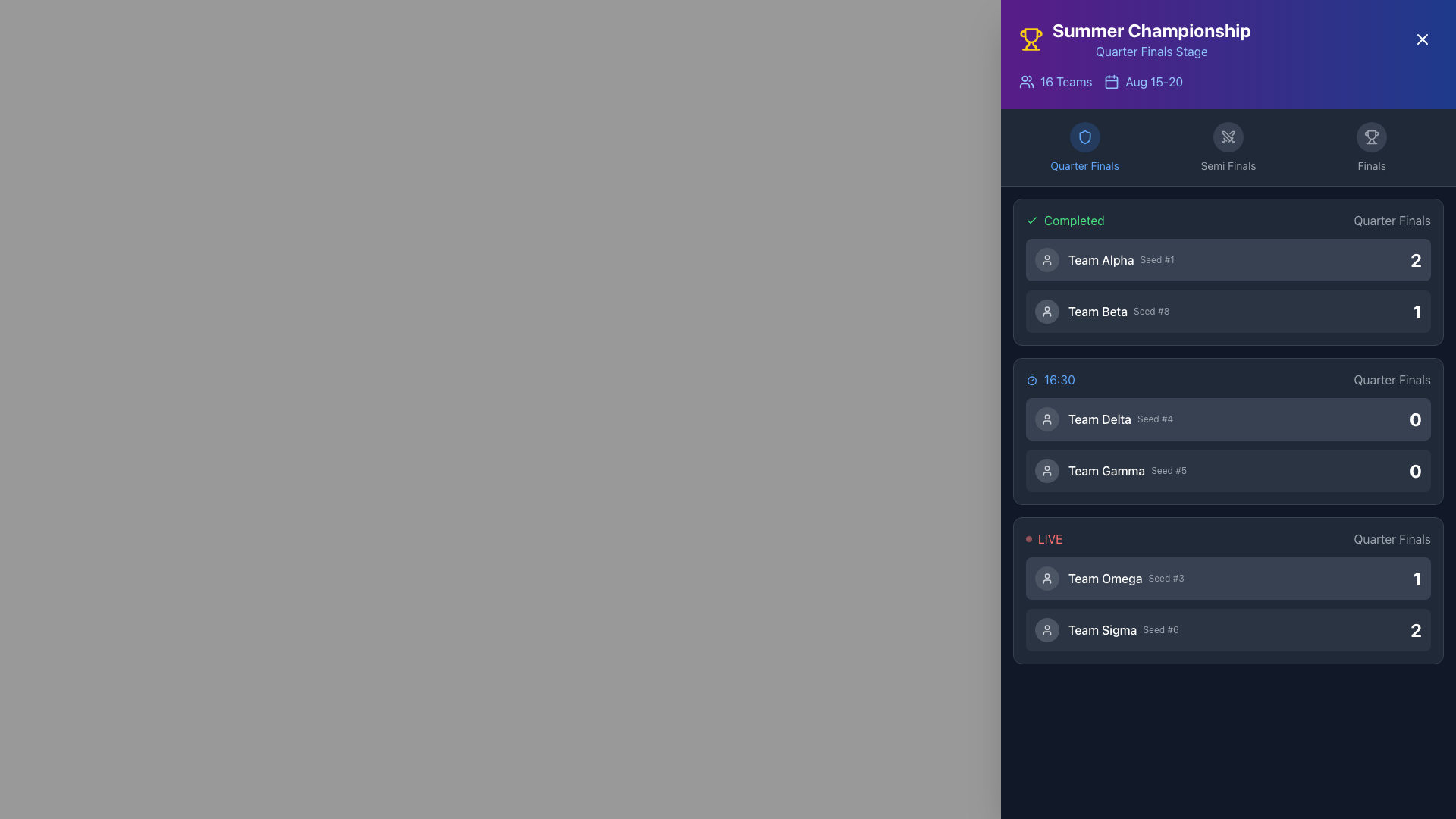 The height and width of the screenshot is (819, 1456). What do you see at coordinates (1166, 579) in the screenshot?
I see `the text label displaying 'Seed #3' in a small, gray-colored font, located to the right of 'Team Omega' in the 'LIVE' section of the 'Quarter Finals' panel` at bounding box center [1166, 579].